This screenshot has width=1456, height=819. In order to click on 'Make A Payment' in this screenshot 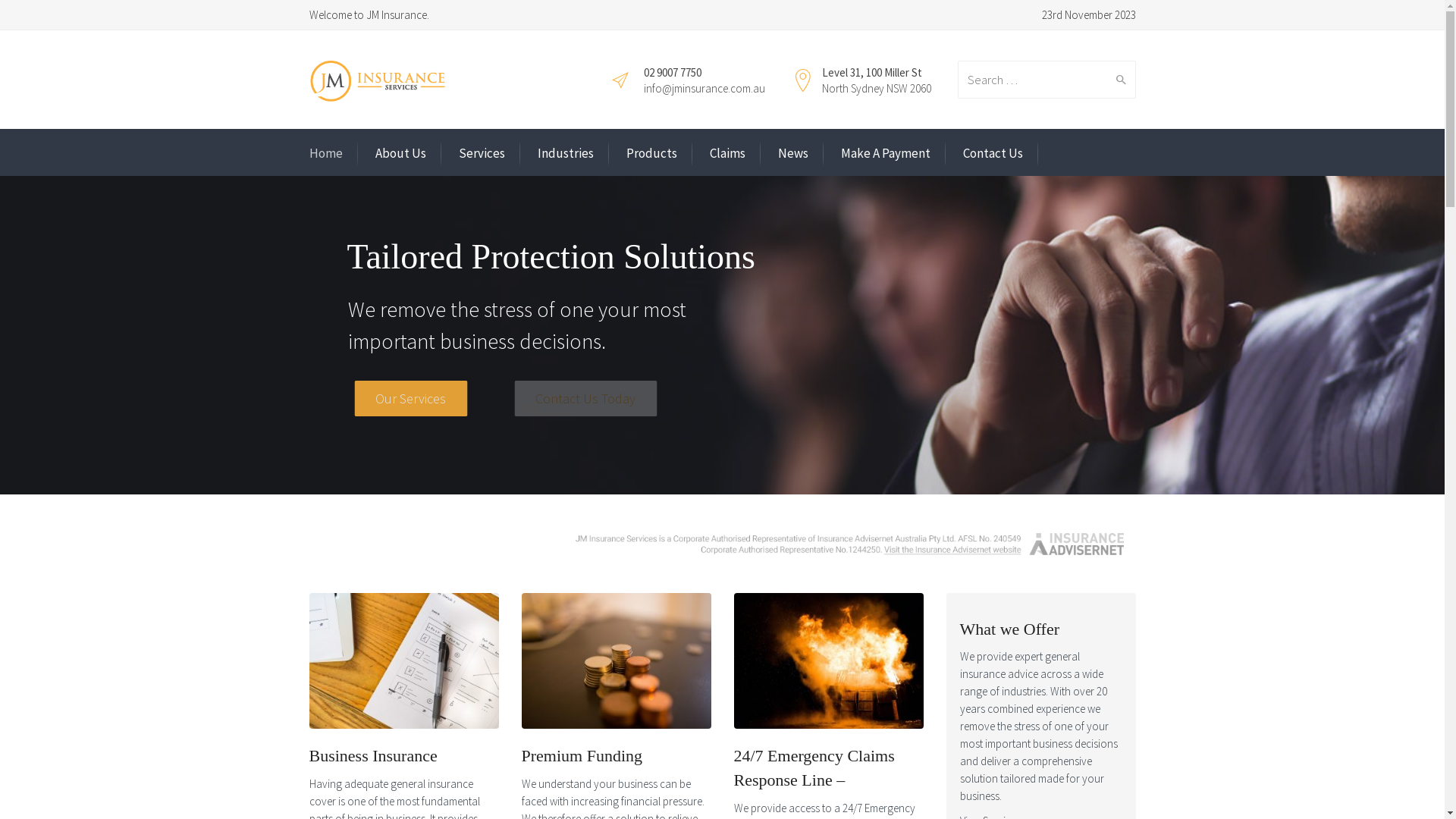, I will do `click(884, 153)`.